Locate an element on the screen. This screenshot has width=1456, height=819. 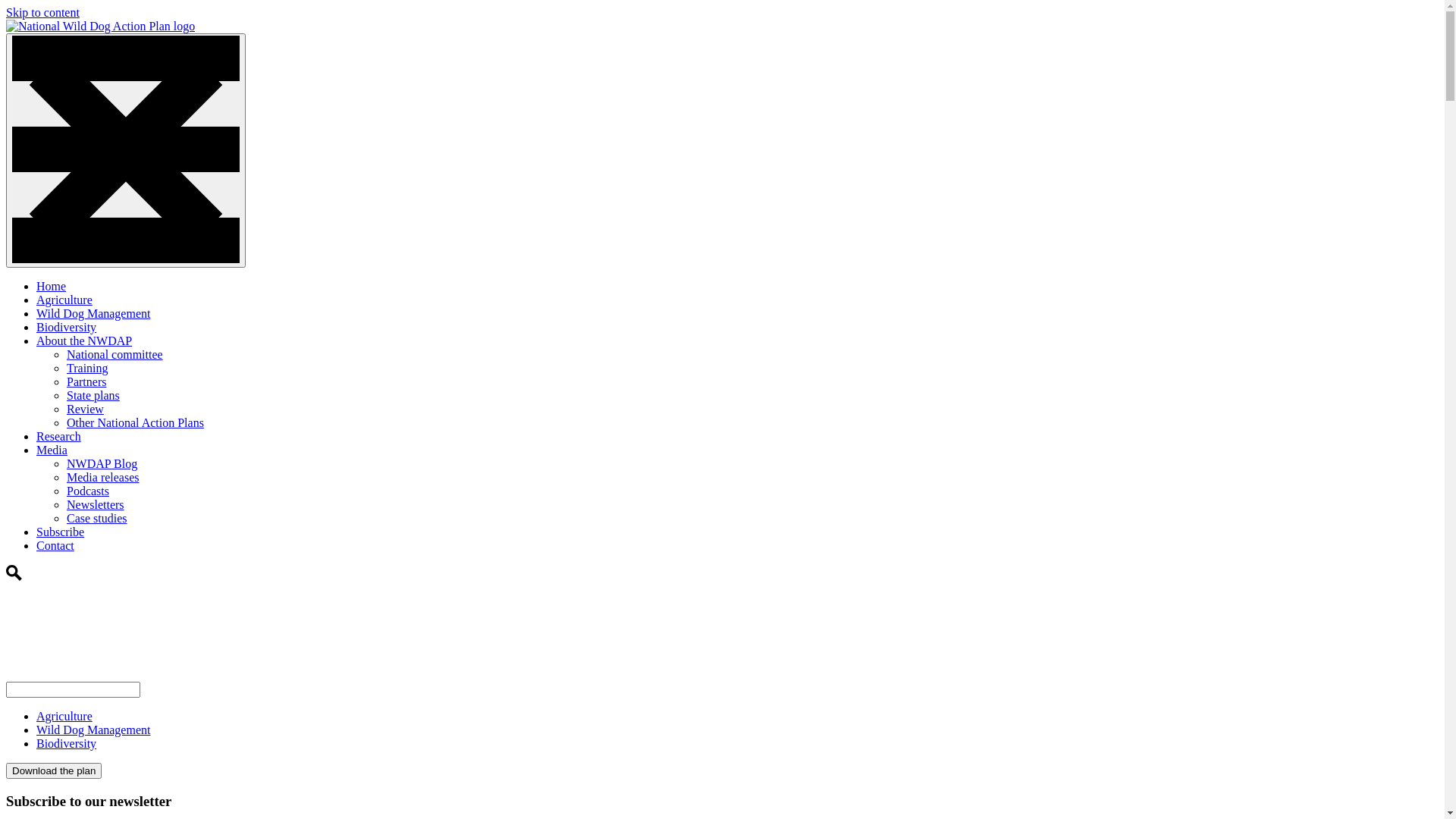
'About the NWDAP' is located at coordinates (83, 340).